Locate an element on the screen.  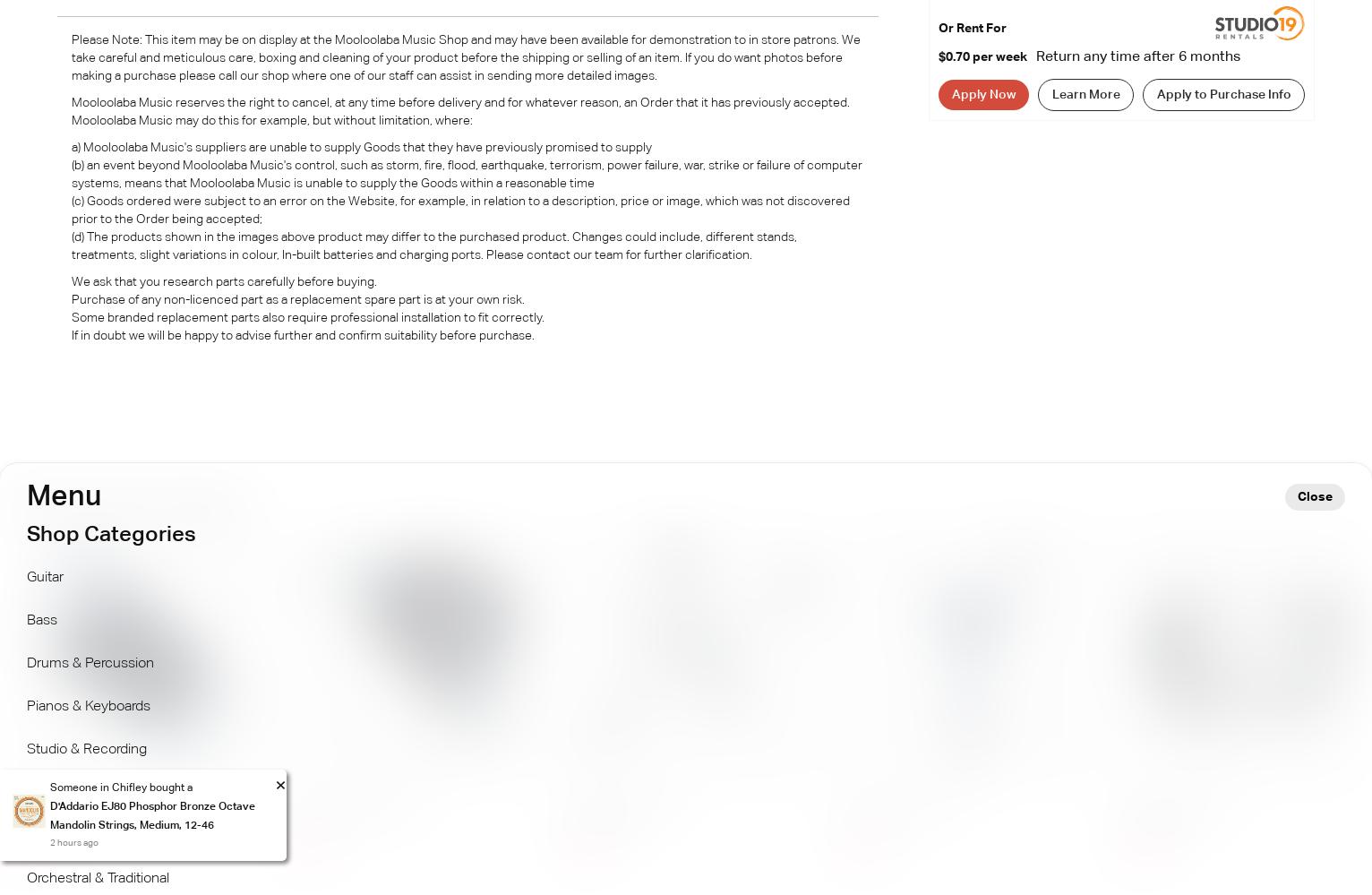
'Microphones' is located at coordinates (67, 792).